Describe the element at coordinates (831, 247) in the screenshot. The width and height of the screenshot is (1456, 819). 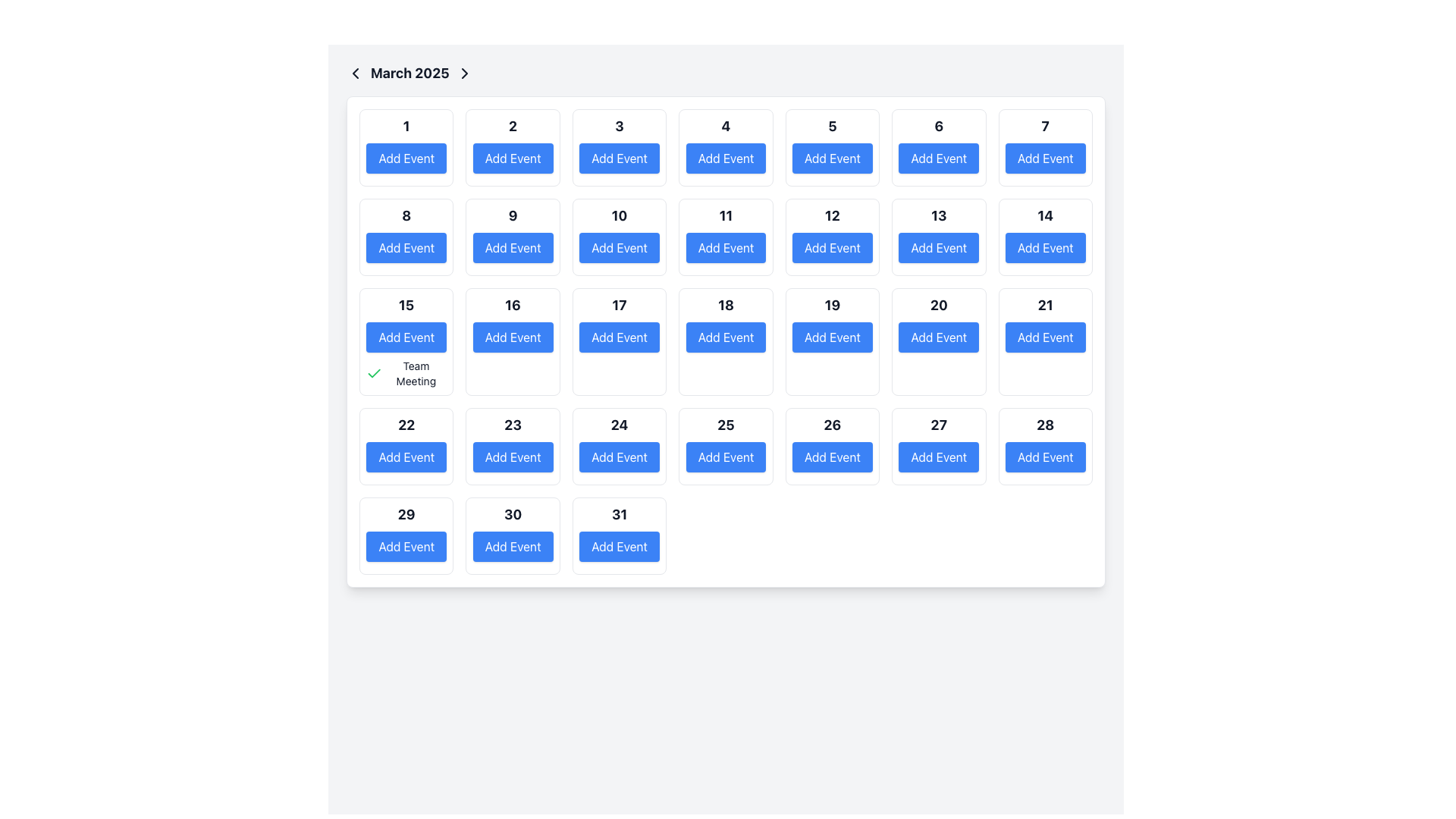
I see `the button located below the text '12' in the calendar for adding an event on March 12, 2025` at that location.